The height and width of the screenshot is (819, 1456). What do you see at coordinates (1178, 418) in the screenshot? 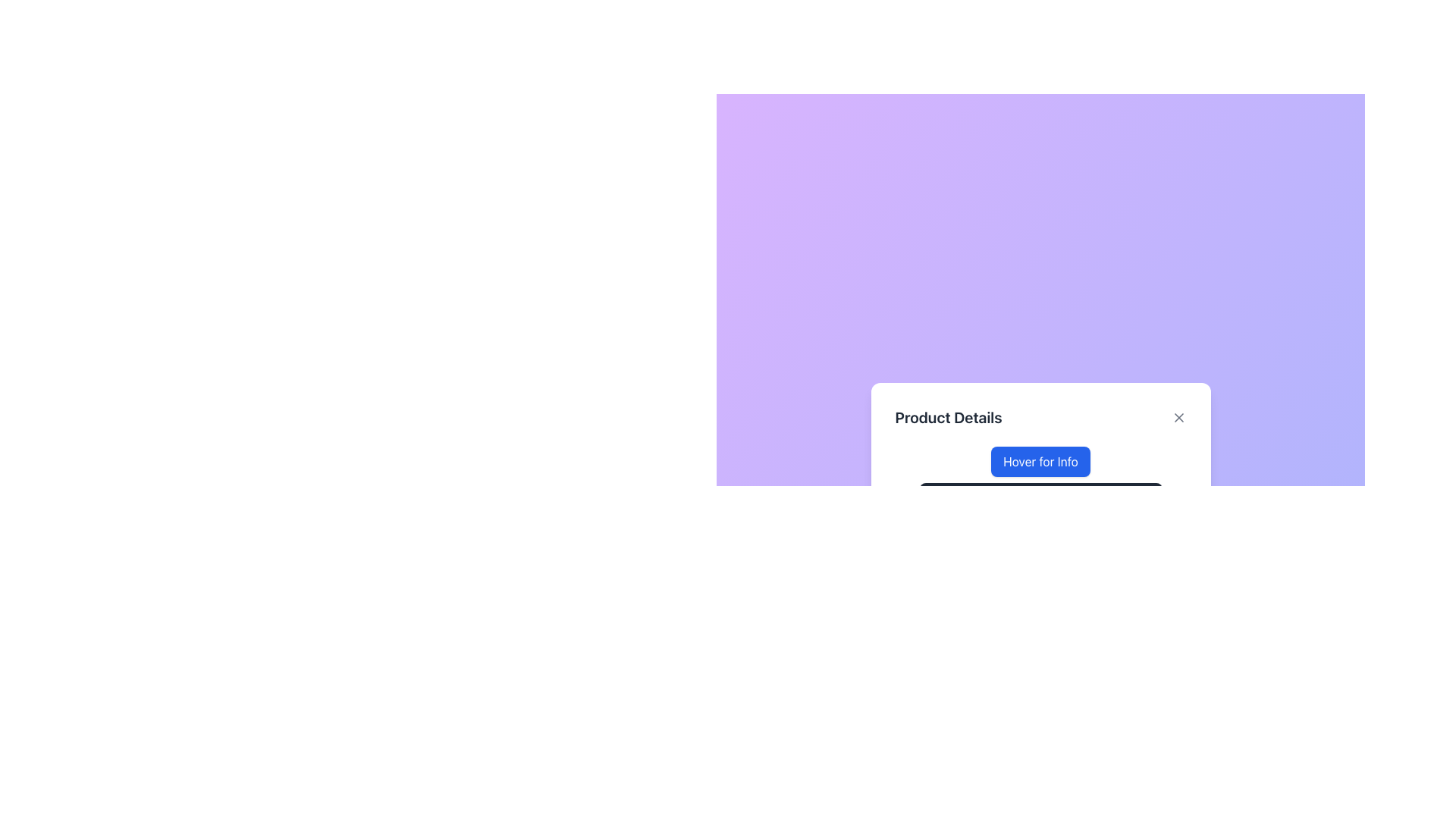
I see `the Close Icon (an 'X' shape) located in the top-right corner of the 'Product Details' card` at bounding box center [1178, 418].